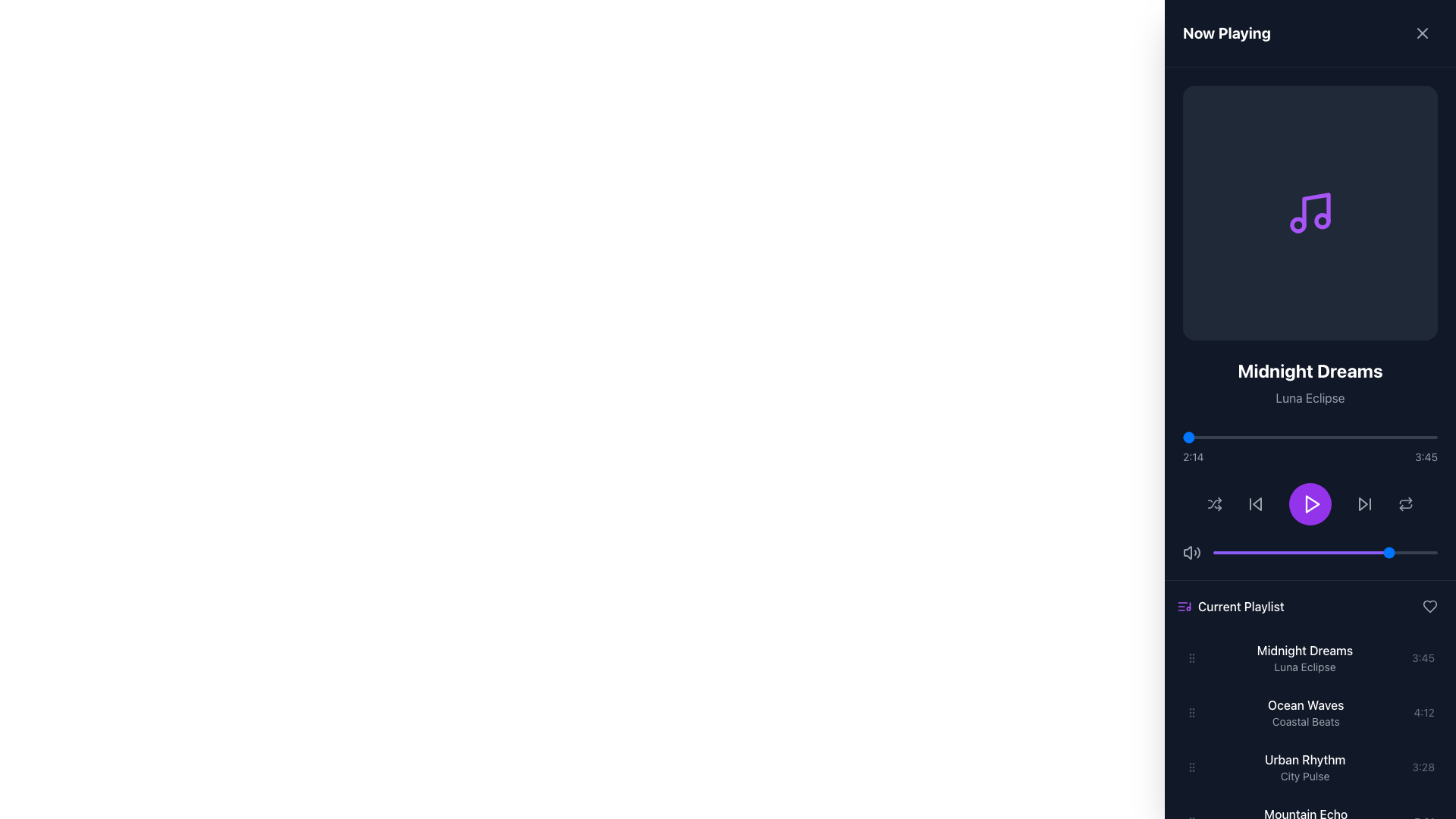 The height and width of the screenshot is (819, 1456). I want to click on the vibrant purple circular button with a white triangular play icon to initiate media playback, so click(1310, 504).